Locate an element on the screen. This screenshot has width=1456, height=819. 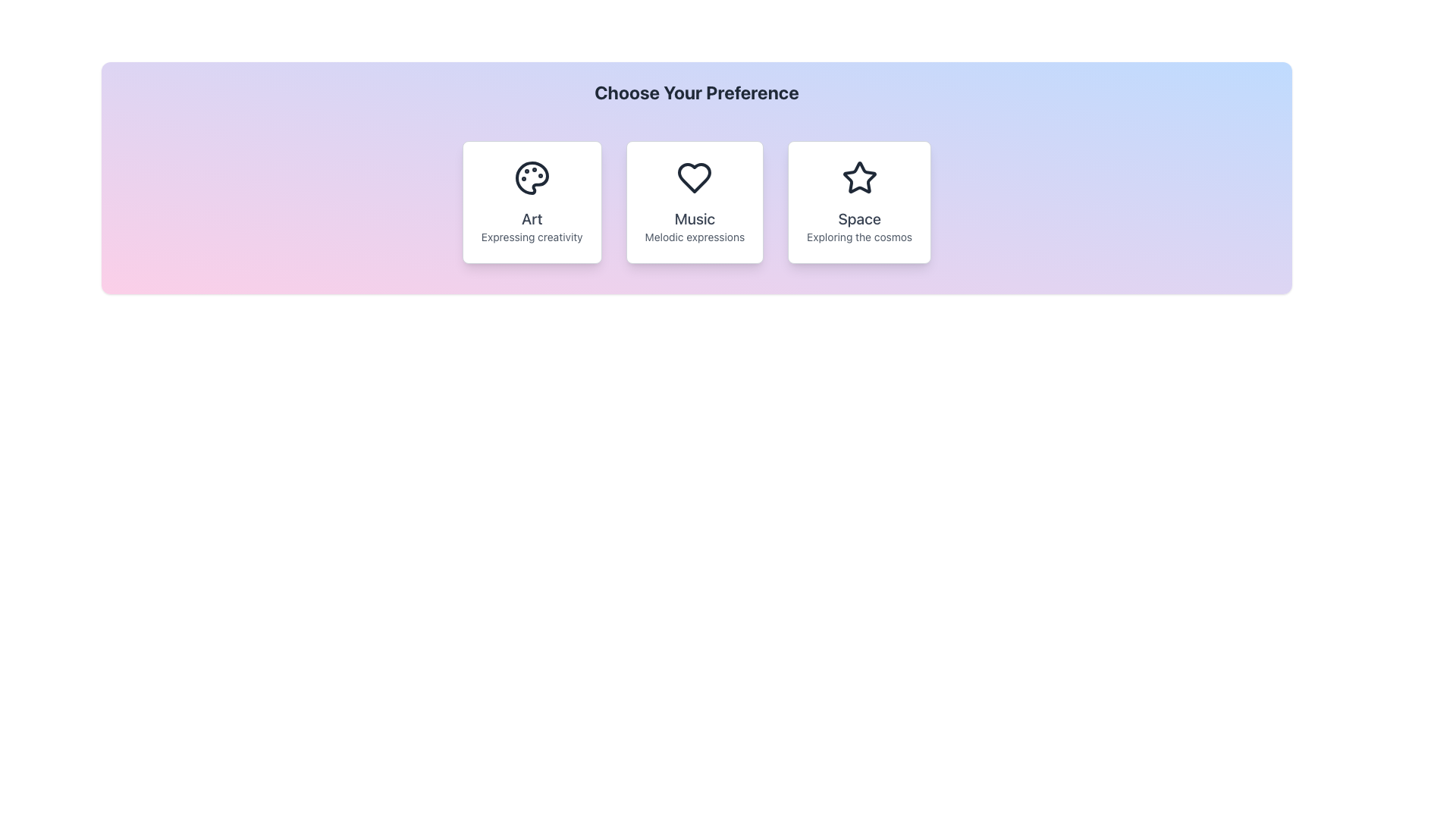
the heart icon representing the 'Music' category located under the title 'Choose Your Preference' is located at coordinates (694, 177).